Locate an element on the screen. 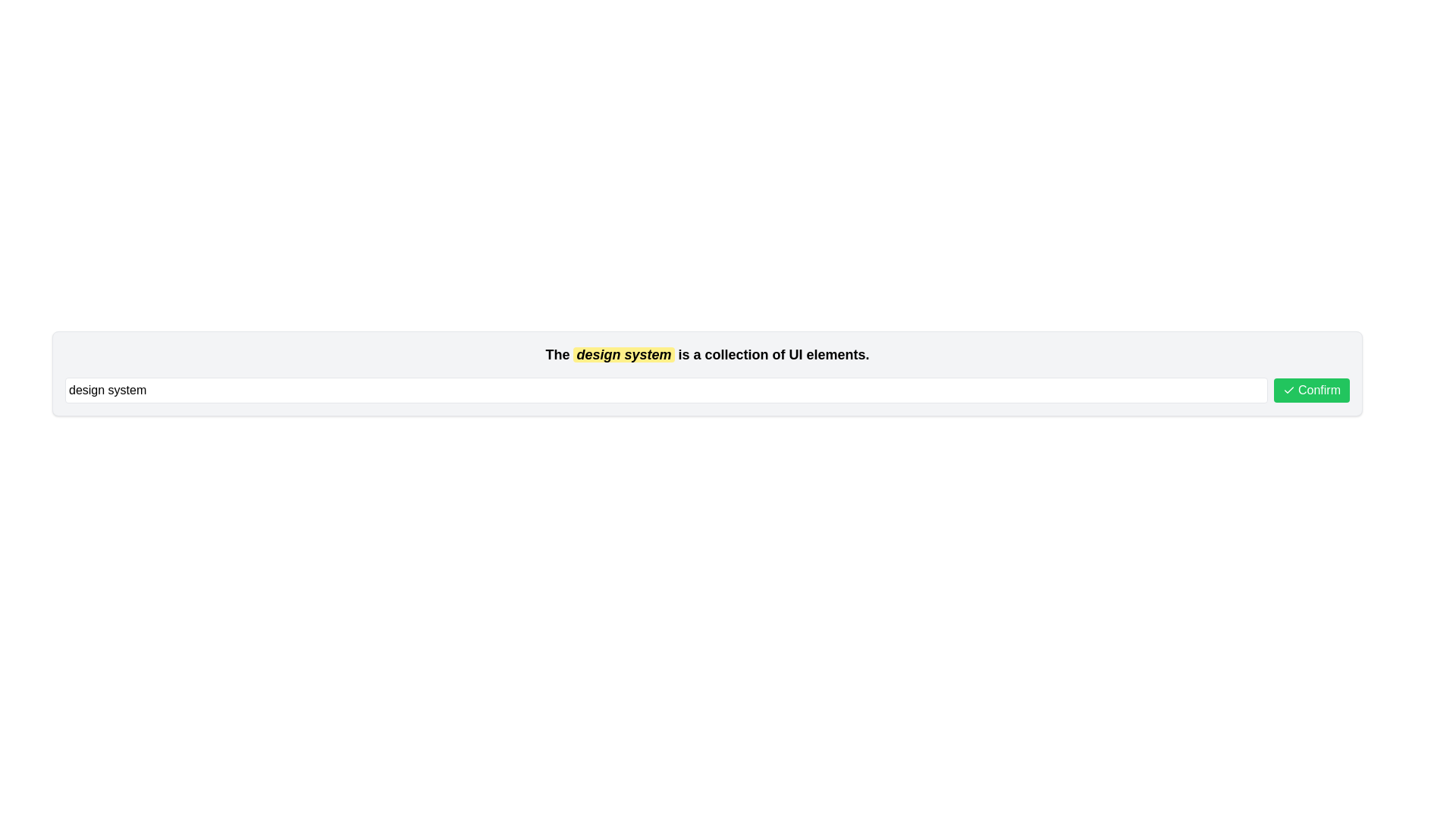 Image resolution: width=1456 pixels, height=819 pixels. the 'Confirm' text which is displayed in bold white color inside a green rounded rectangular button located at the right end of the toolbar is located at coordinates (1318, 390).